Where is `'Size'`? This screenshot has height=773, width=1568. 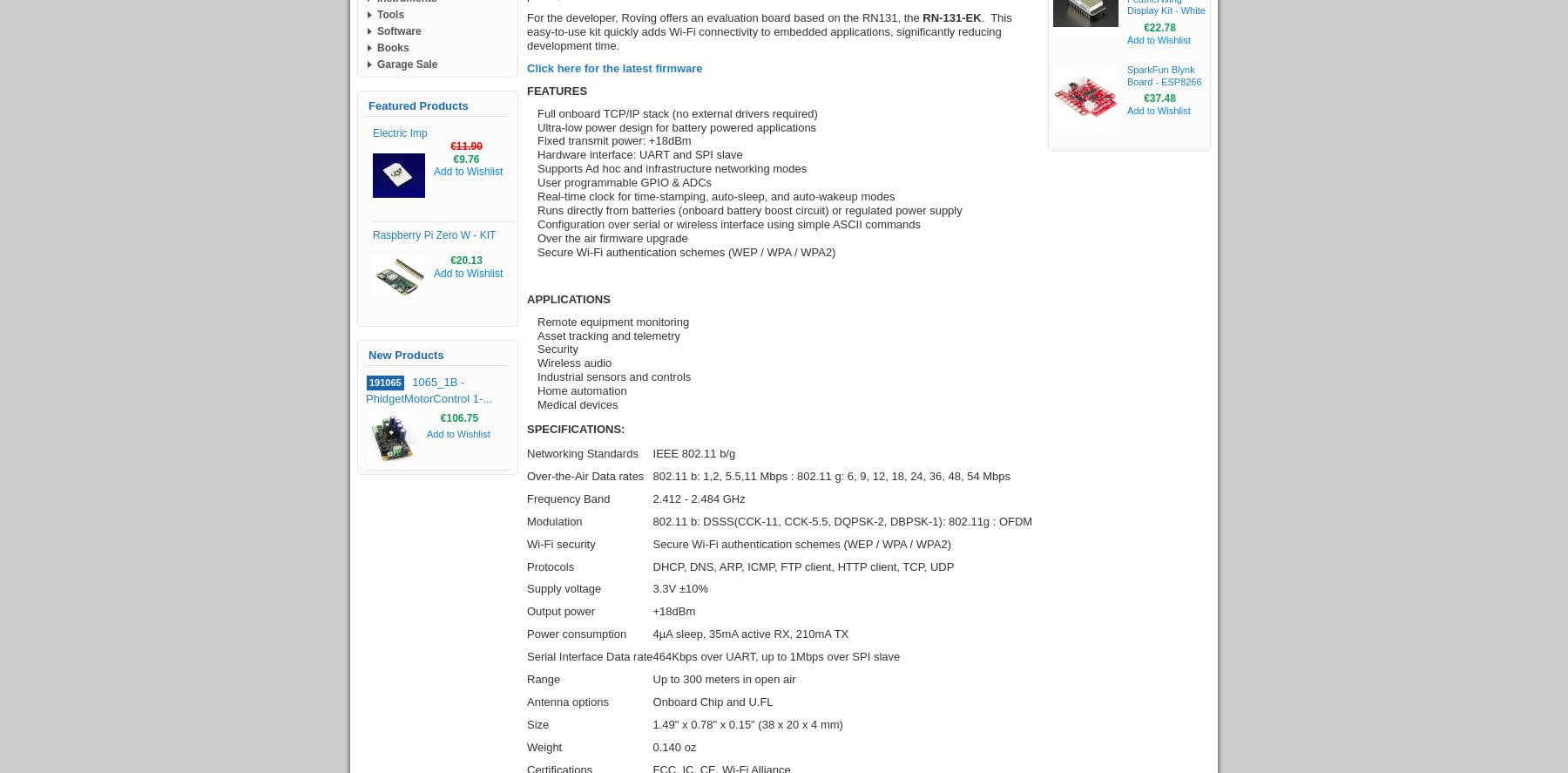 'Size' is located at coordinates (537, 724).